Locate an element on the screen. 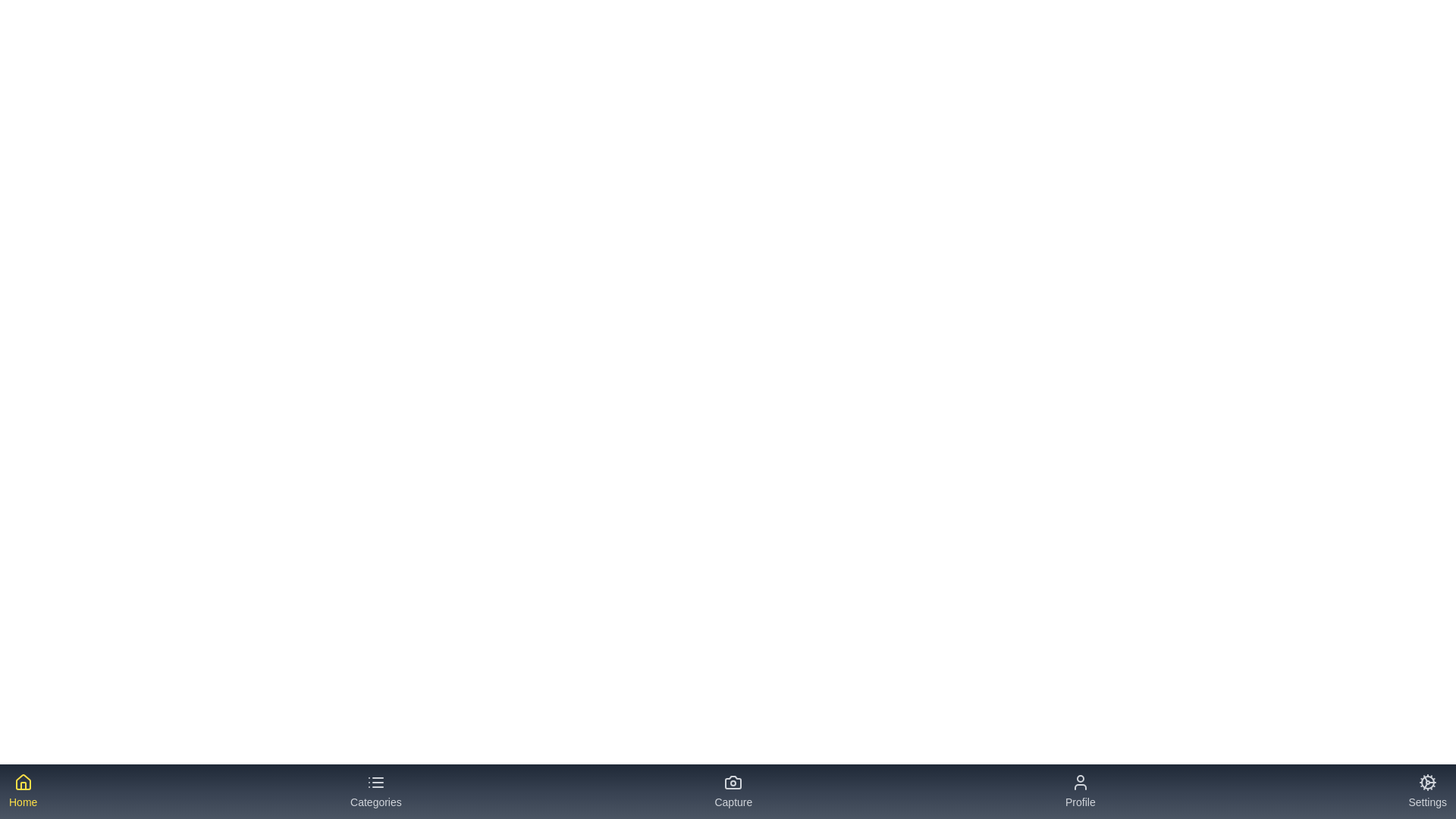  the tab labeled 'Home' to see its hover effect is located at coordinates (23, 791).